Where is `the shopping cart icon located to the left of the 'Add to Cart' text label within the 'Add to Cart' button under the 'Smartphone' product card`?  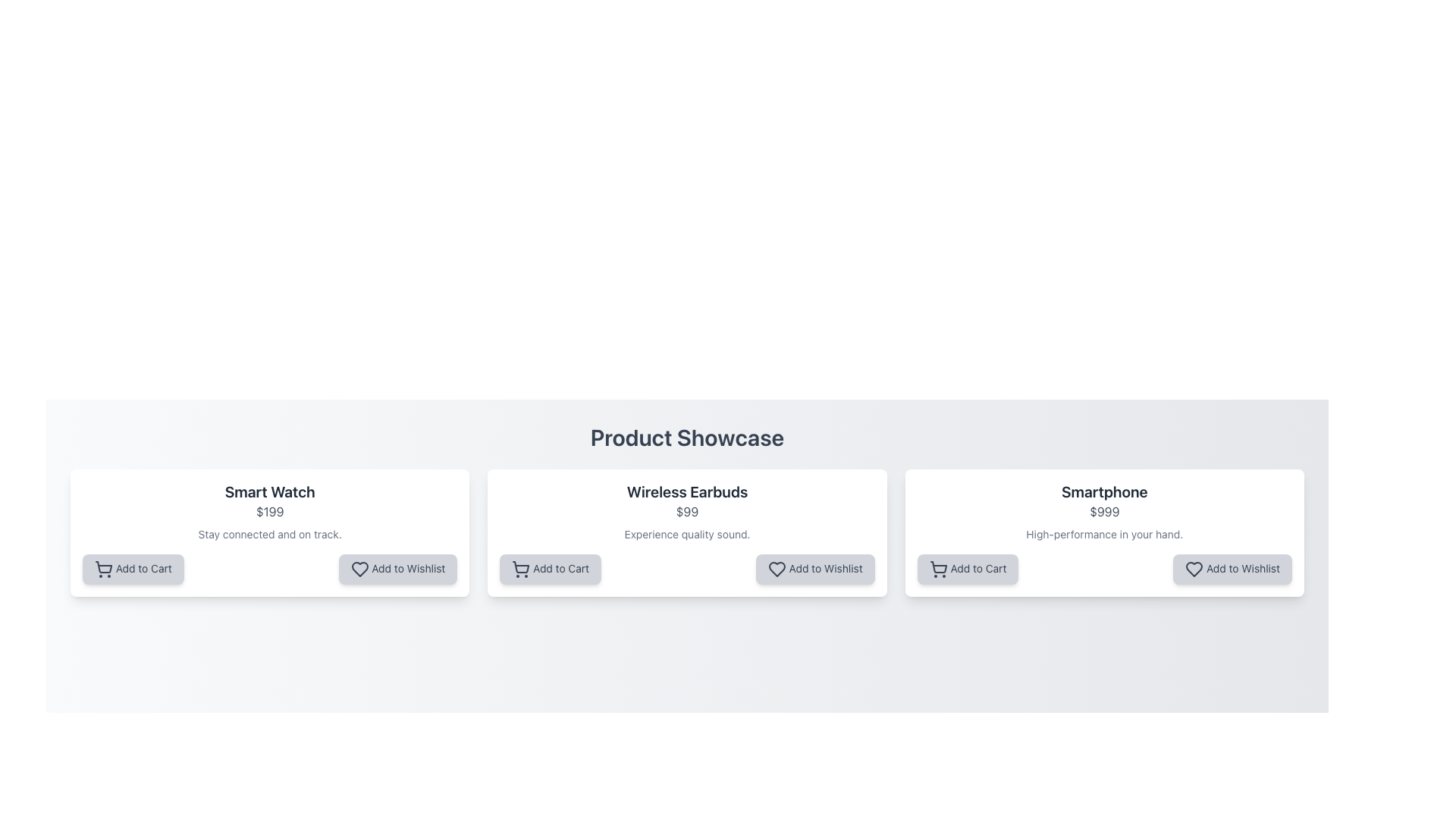
the shopping cart icon located to the left of the 'Add to Cart' text label within the 'Add to Cart' button under the 'Smartphone' product card is located at coordinates (937, 570).